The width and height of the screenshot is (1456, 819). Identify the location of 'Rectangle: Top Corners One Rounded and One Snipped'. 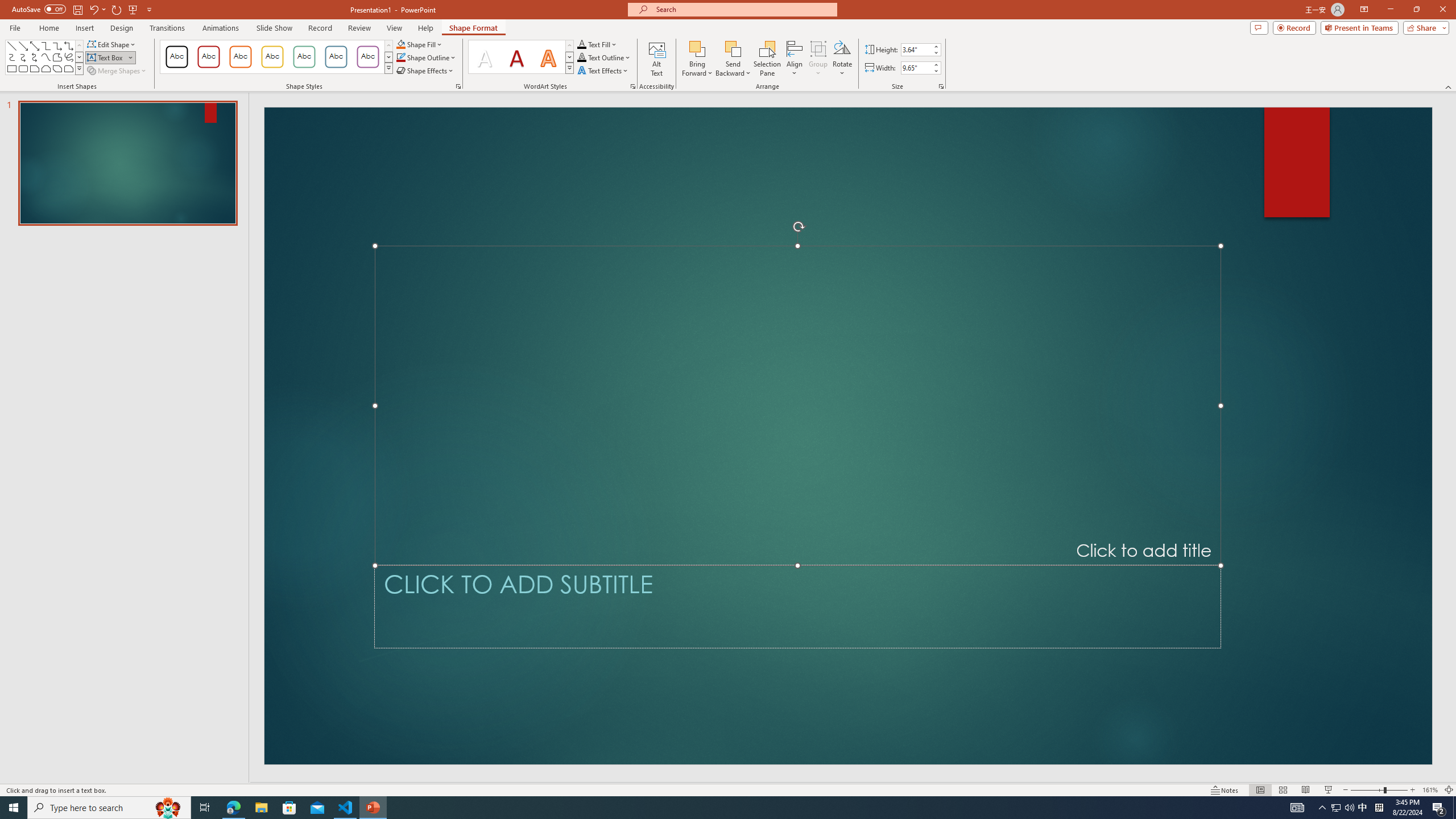
(68, 68).